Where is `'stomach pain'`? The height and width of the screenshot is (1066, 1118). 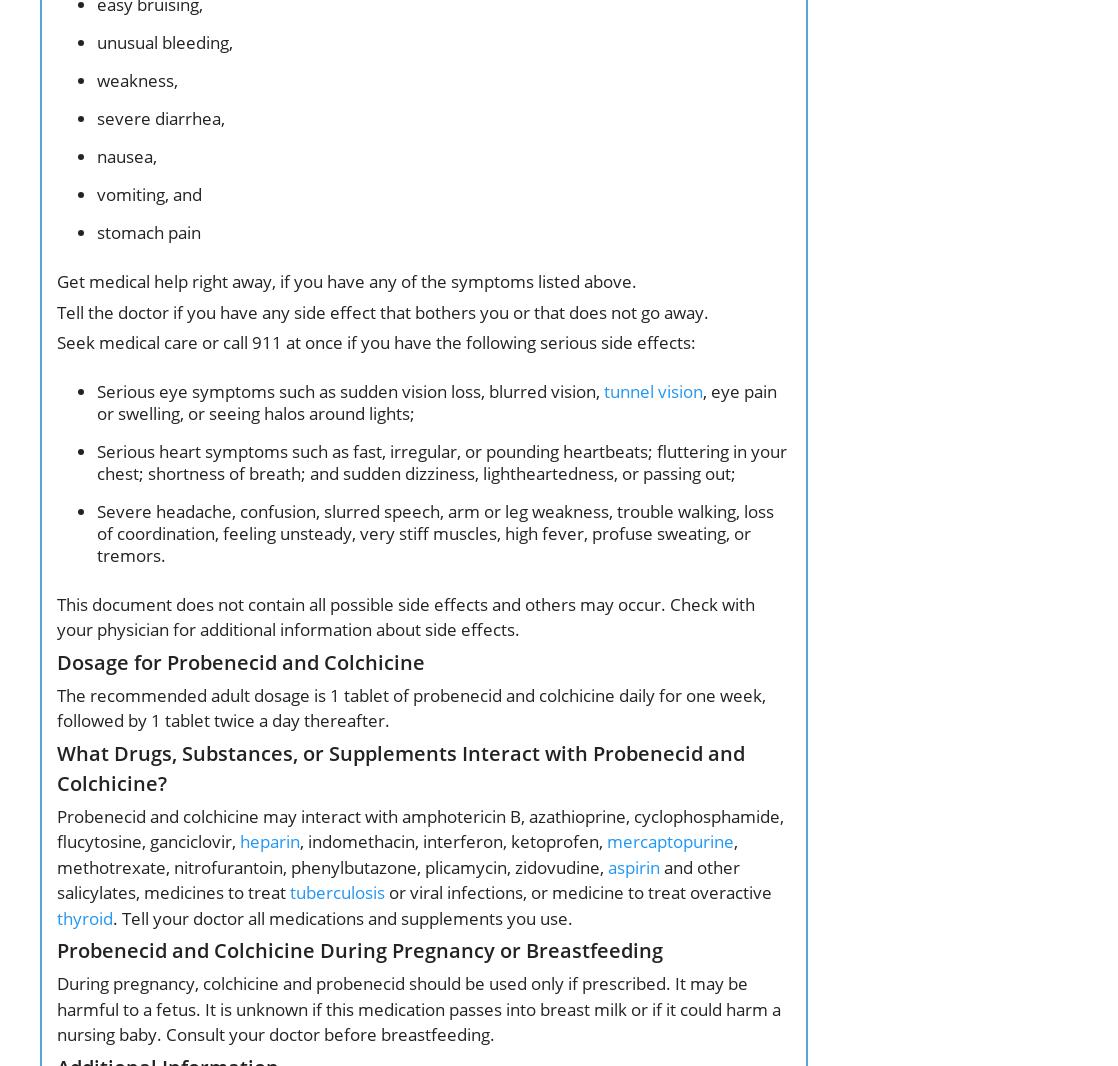
'stomach pain' is located at coordinates (149, 231).